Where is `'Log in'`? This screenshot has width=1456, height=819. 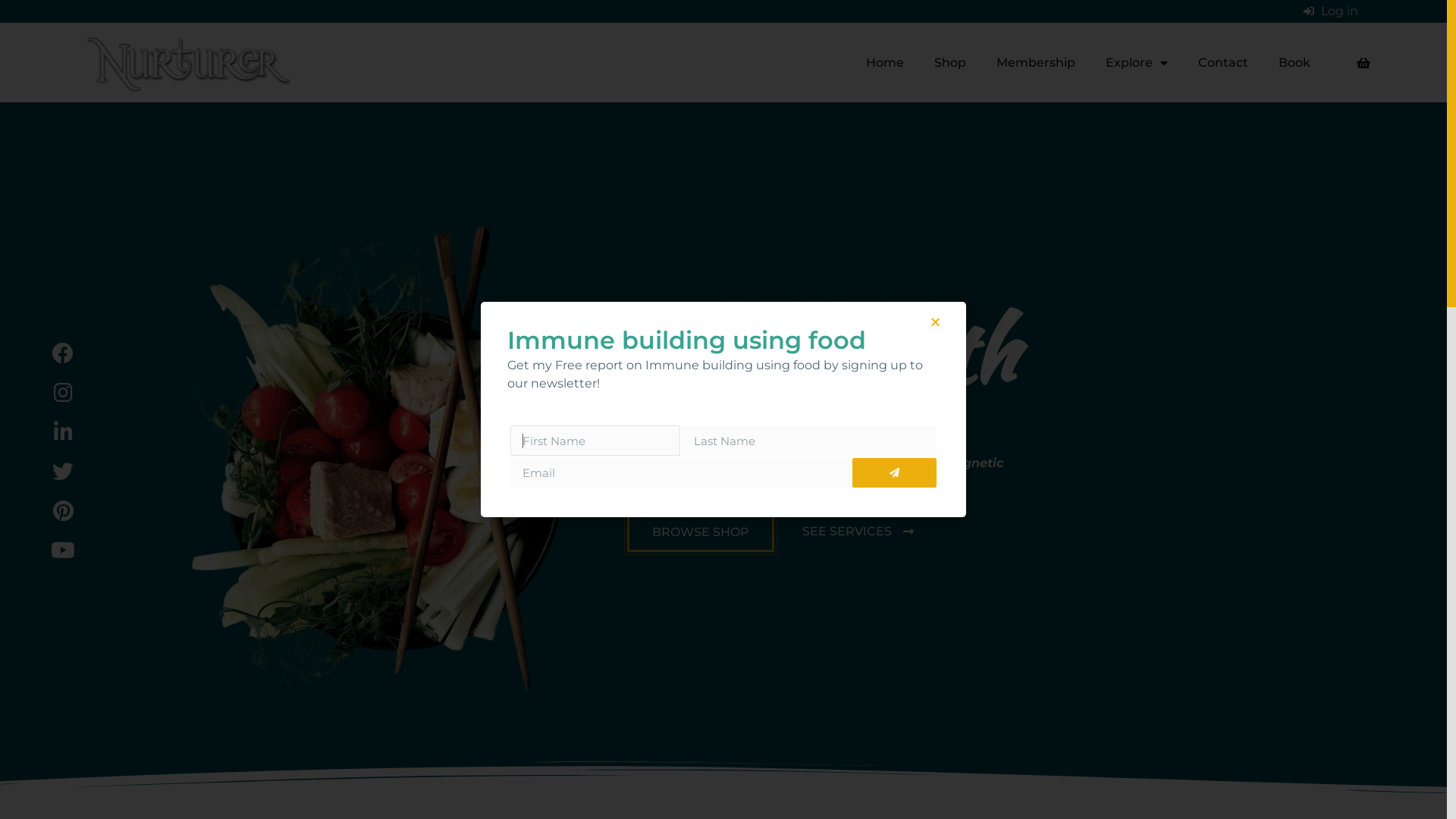 'Log in' is located at coordinates (1330, 11).